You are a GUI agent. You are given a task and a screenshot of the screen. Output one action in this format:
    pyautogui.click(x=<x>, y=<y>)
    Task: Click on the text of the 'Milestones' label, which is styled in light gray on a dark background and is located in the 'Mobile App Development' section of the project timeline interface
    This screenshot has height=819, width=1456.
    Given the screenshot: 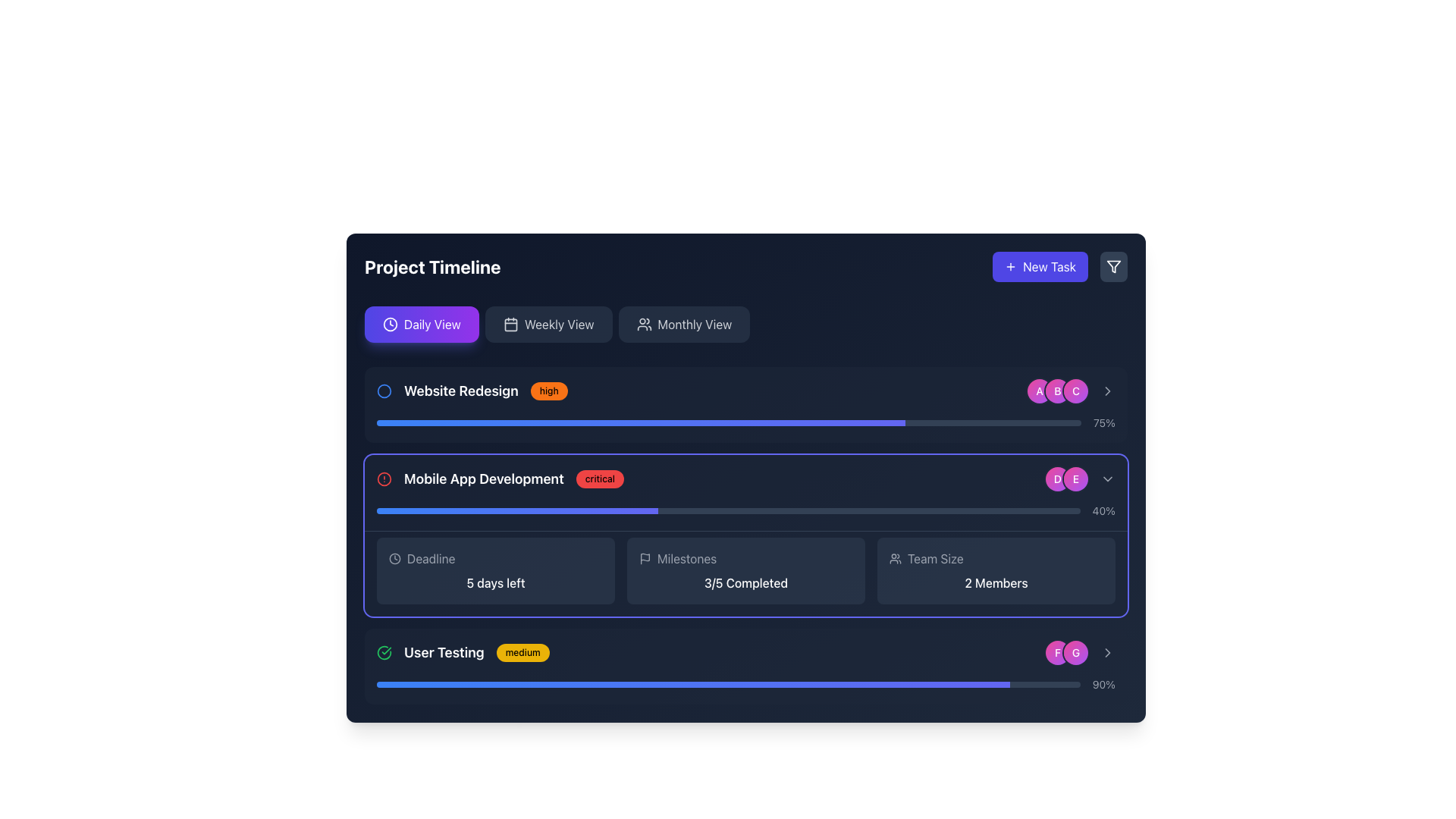 What is the action you would take?
    pyautogui.click(x=686, y=558)
    